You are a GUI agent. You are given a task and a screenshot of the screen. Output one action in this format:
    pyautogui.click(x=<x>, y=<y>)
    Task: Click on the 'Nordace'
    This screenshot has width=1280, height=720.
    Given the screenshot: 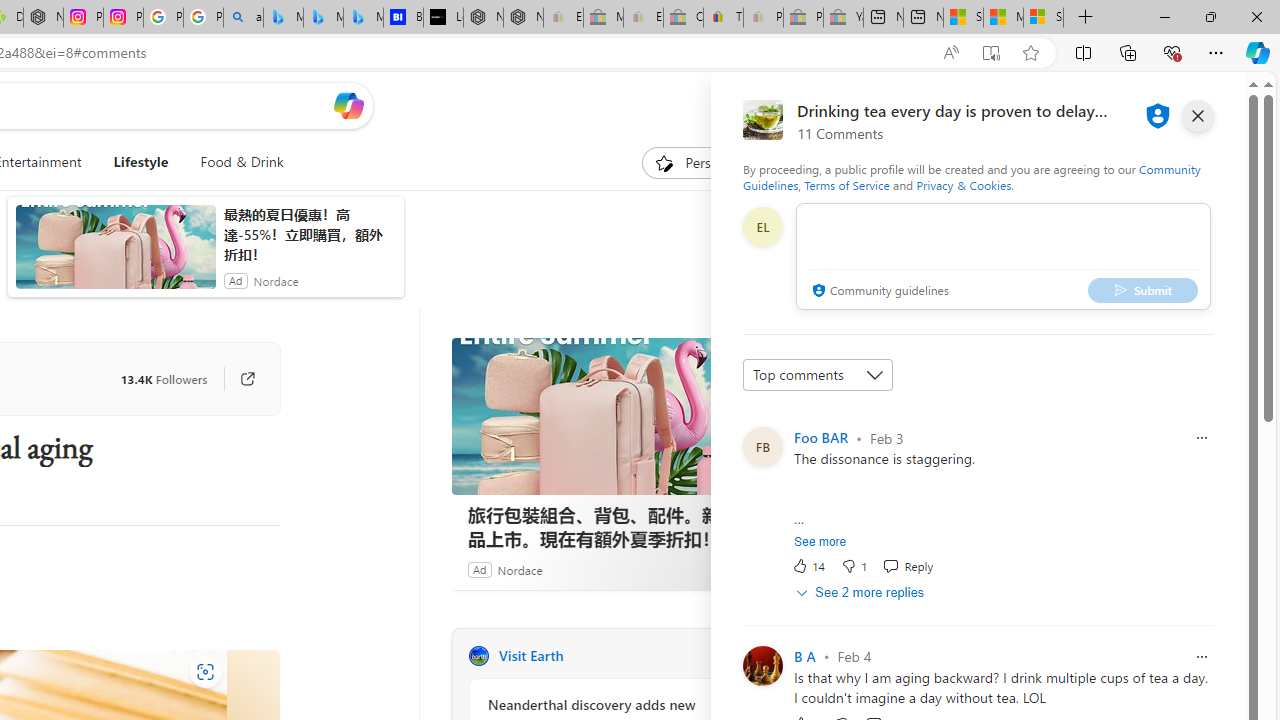 What is the action you would take?
    pyautogui.click(x=519, y=569)
    